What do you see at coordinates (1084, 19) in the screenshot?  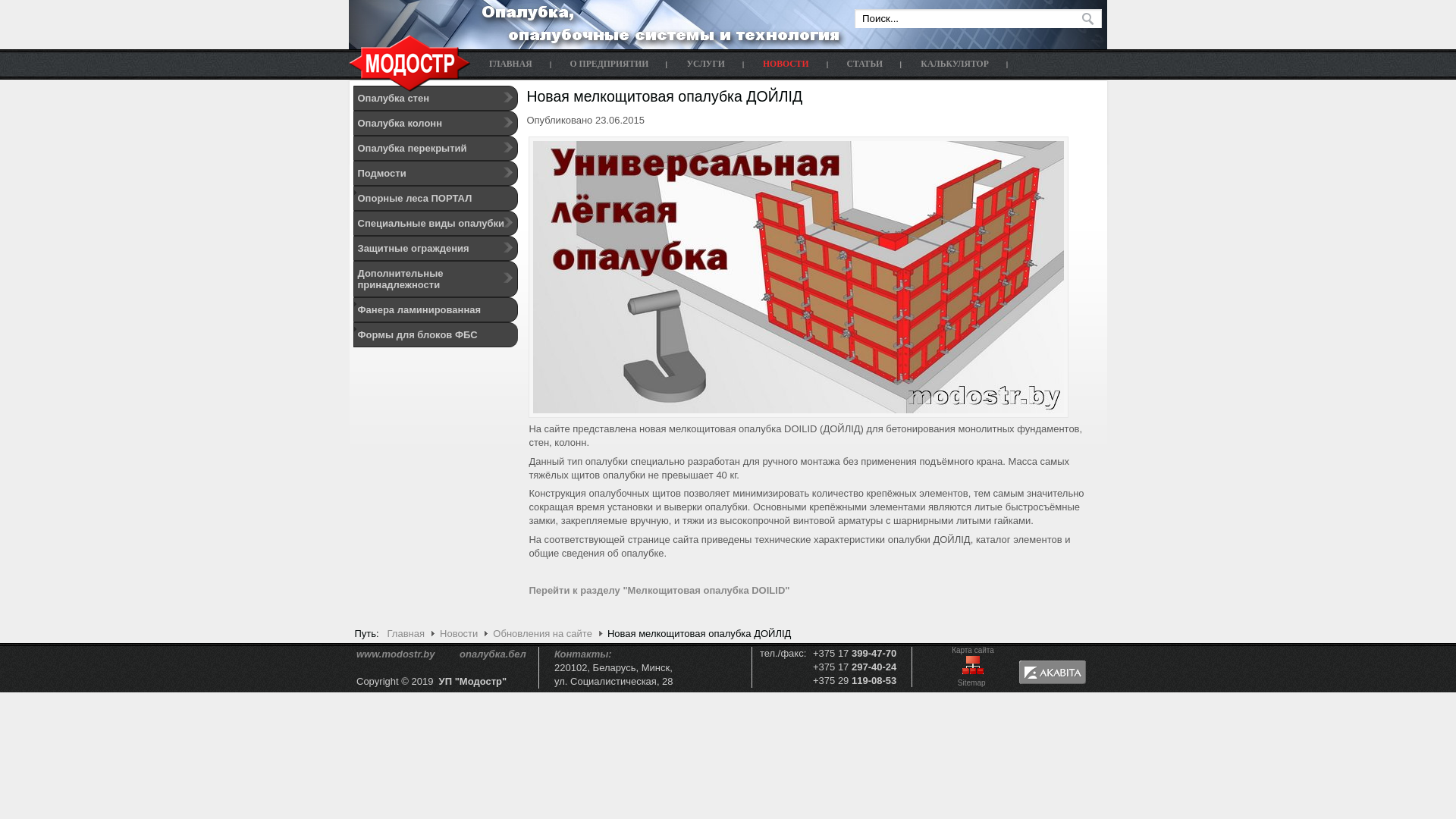 I see `' '` at bounding box center [1084, 19].